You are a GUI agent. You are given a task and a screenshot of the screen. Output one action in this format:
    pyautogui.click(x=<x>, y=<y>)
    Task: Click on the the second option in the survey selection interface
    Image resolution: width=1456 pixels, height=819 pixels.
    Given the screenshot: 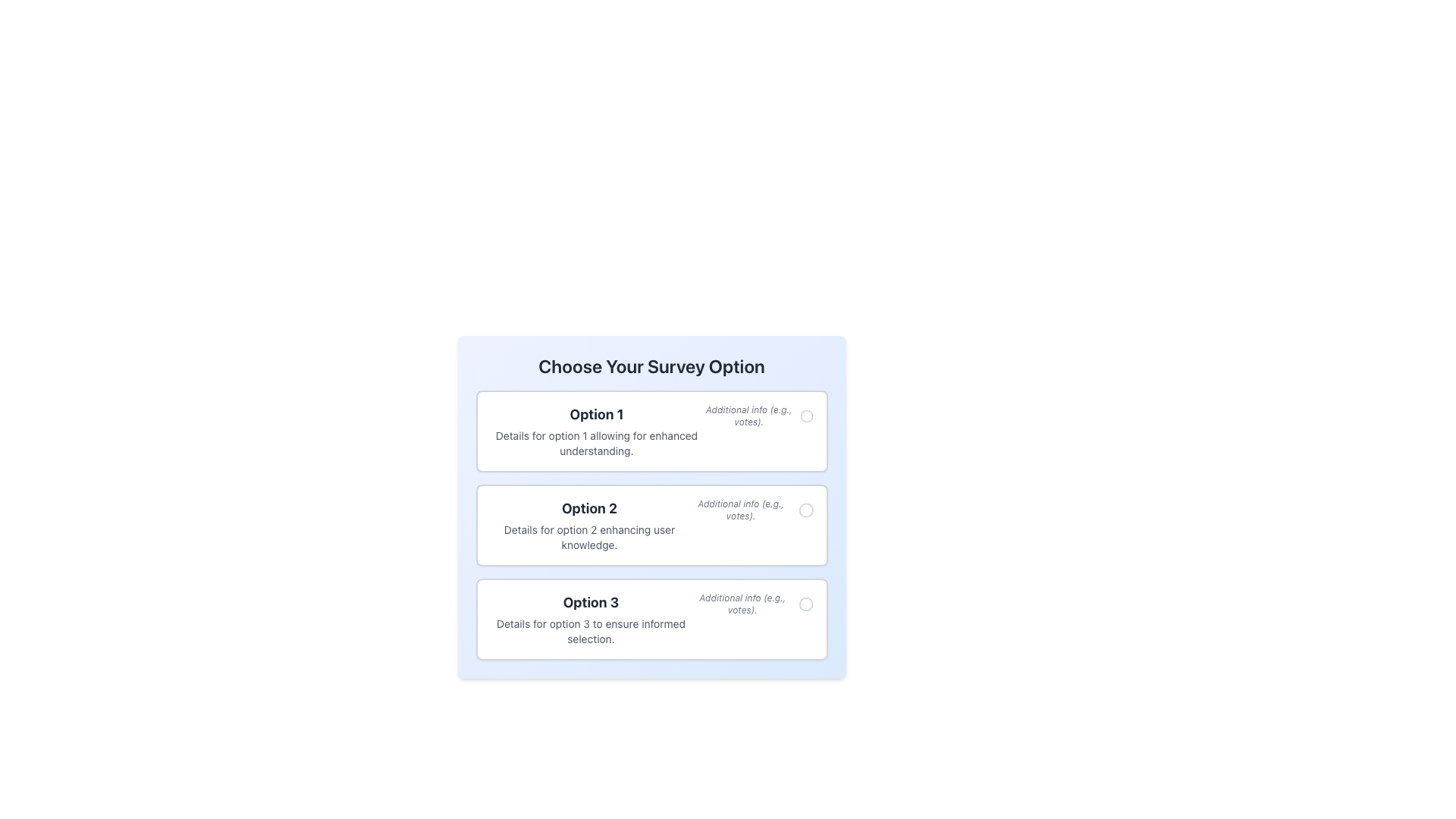 What is the action you would take?
    pyautogui.click(x=651, y=507)
    